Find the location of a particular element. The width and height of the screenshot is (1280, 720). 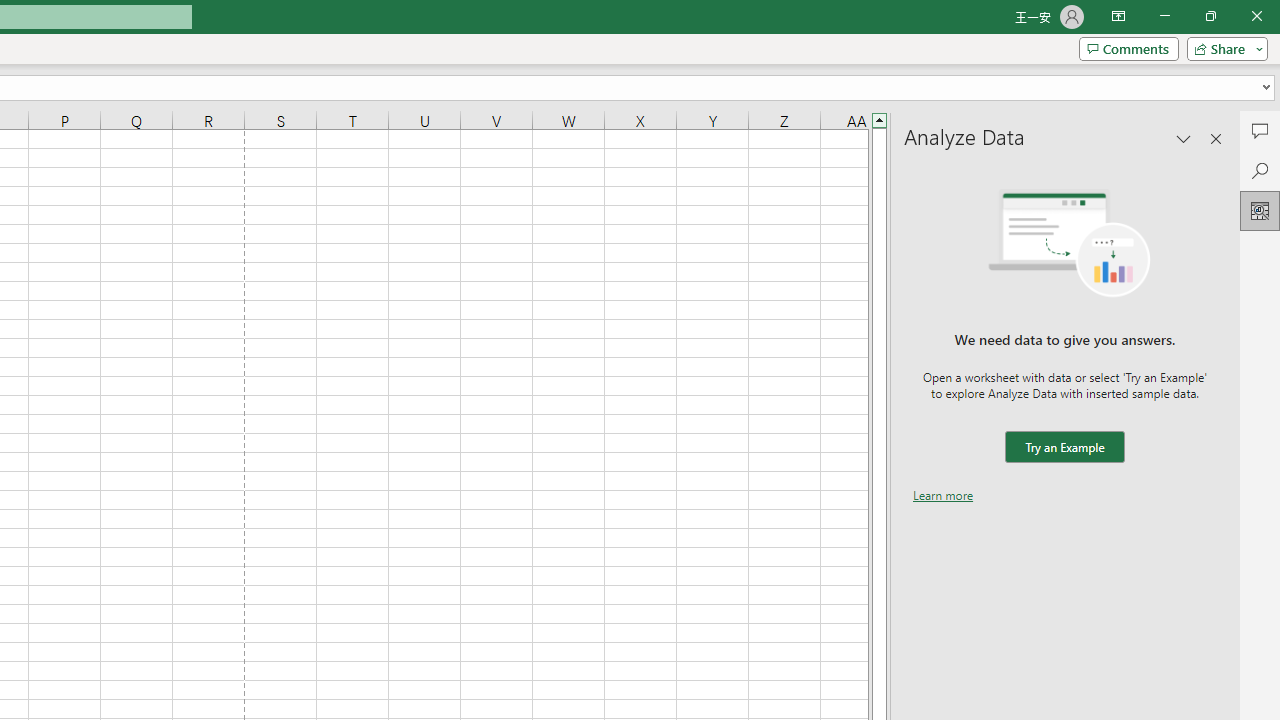

'We need data to give you answers. Try an Example' is located at coordinates (1063, 446).